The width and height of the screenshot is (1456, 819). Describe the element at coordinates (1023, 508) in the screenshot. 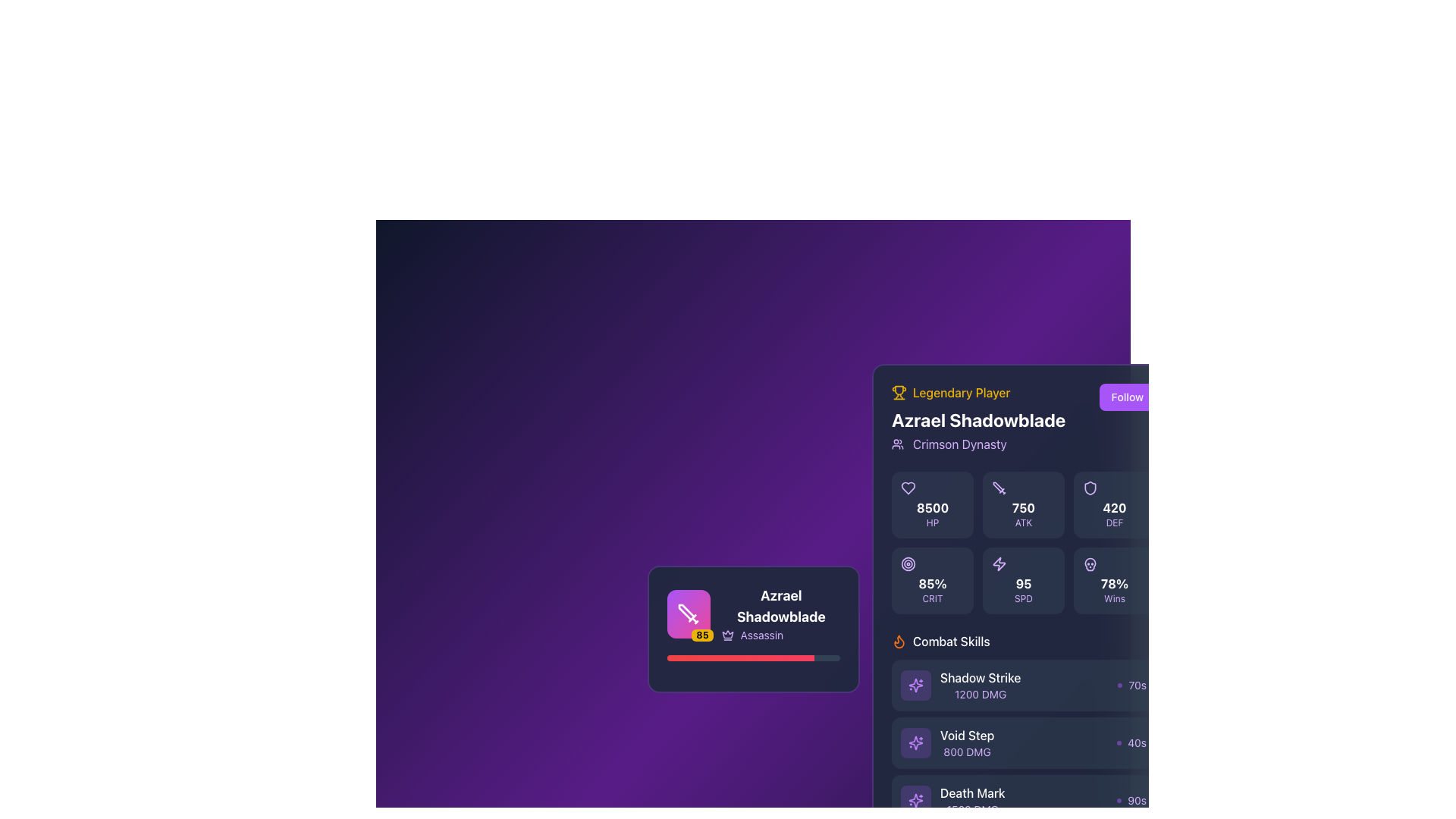

I see `numeric text value '750' displayed in bold white font, located centrally within the dark rectangular tile in the player statistics panel` at that location.